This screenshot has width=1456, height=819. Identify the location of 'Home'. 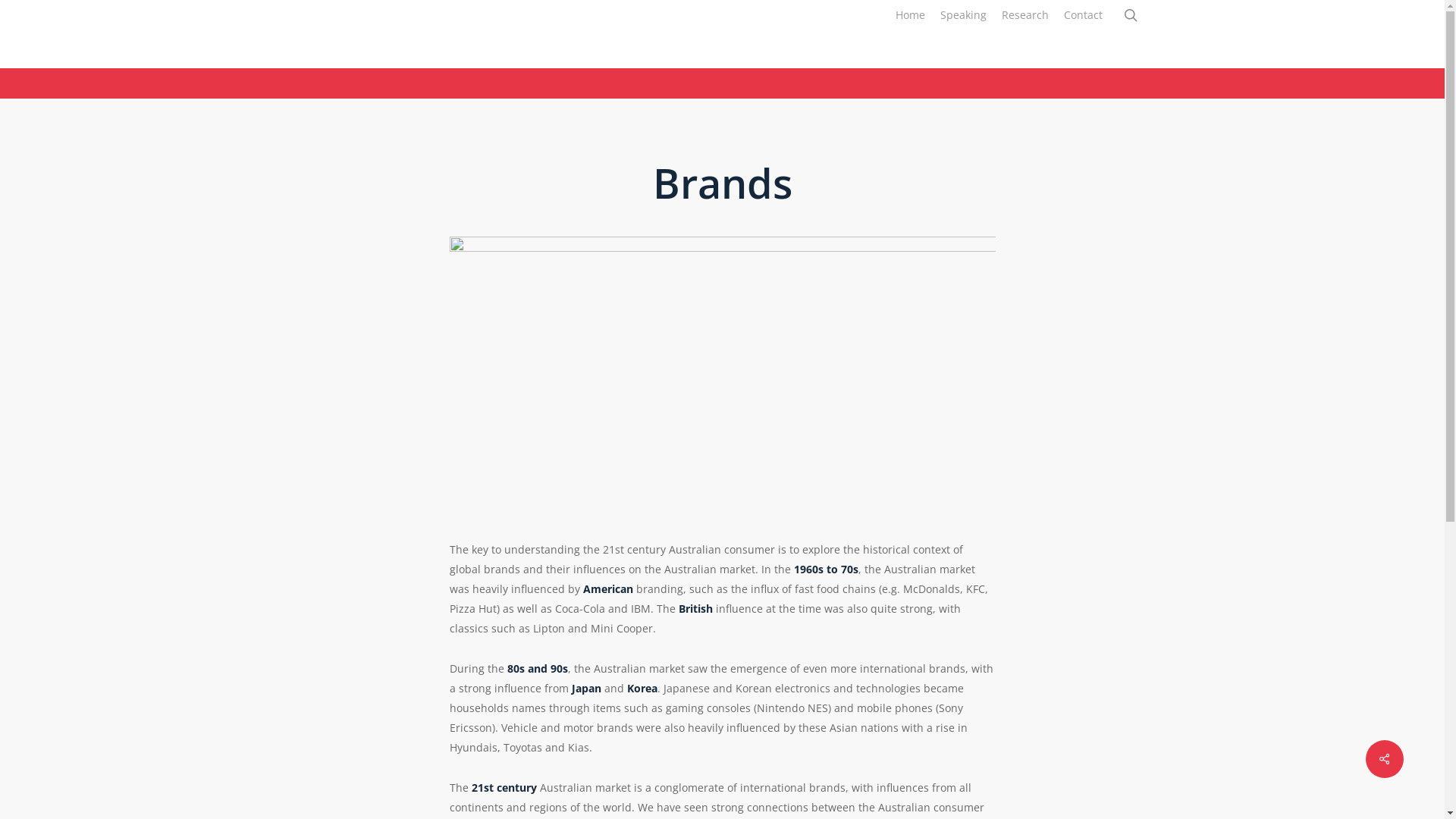
(909, 14).